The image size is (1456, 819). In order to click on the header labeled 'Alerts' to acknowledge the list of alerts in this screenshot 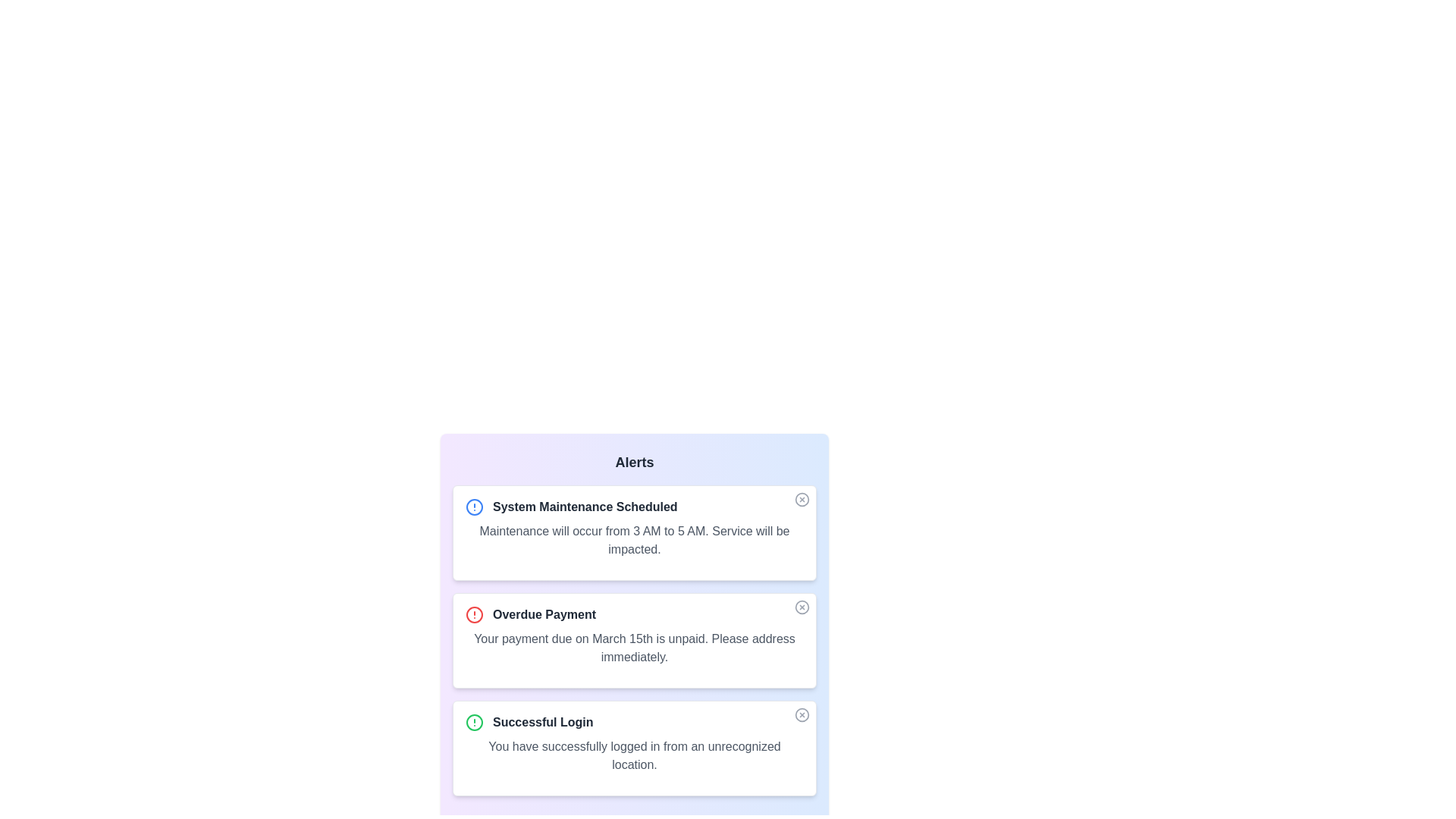, I will do `click(634, 461)`.